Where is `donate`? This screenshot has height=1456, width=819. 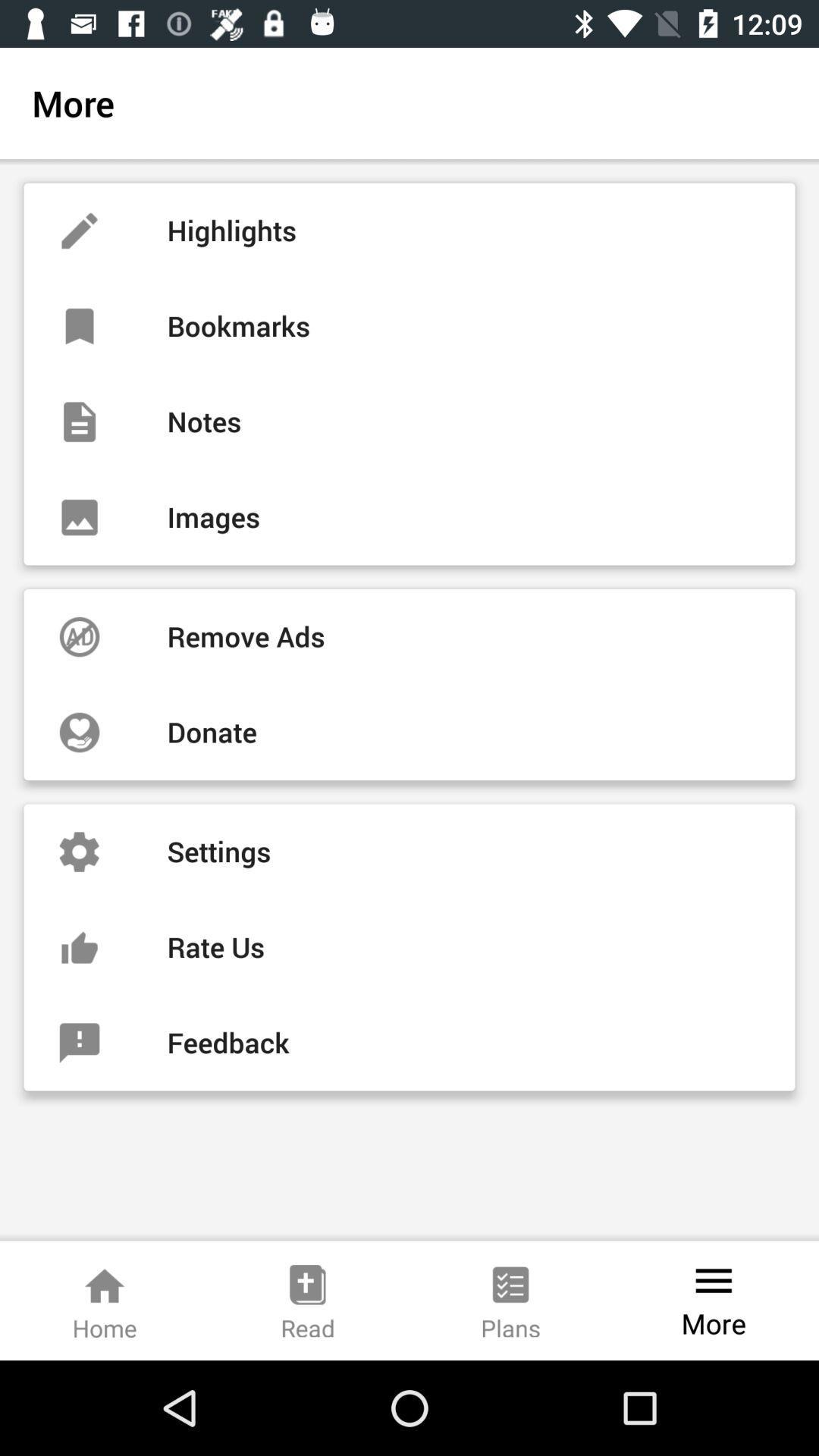
donate is located at coordinates (409, 732).